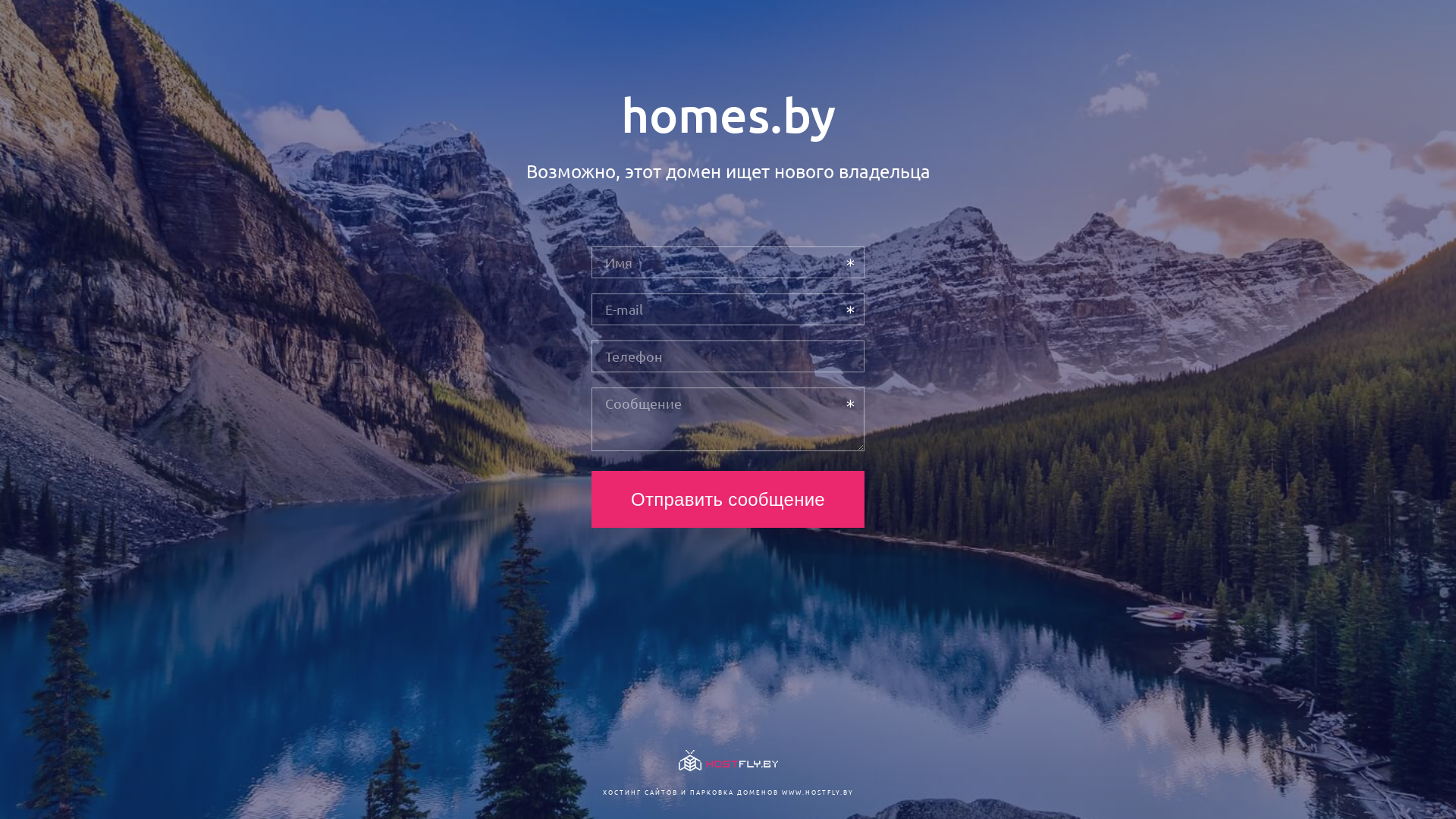 The image size is (1456, 819). Describe the element at coordinates (816, 791) in the screenshot. I see `'WWW.HOSTFLY.BY'` at that location.